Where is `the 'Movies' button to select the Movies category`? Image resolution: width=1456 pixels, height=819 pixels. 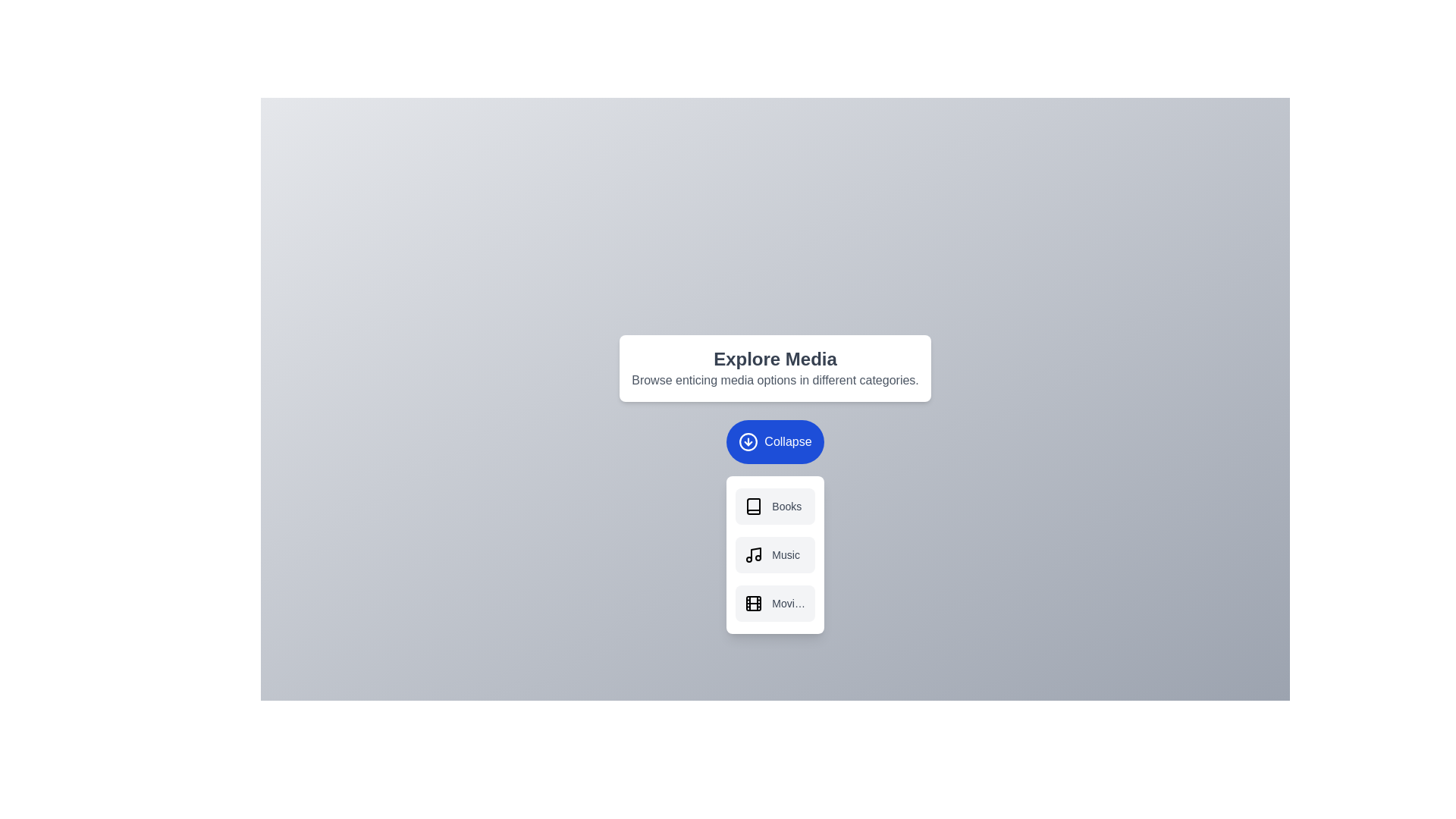
the 'Movies' button to select the Movies category is located at coordinates (775, 602).